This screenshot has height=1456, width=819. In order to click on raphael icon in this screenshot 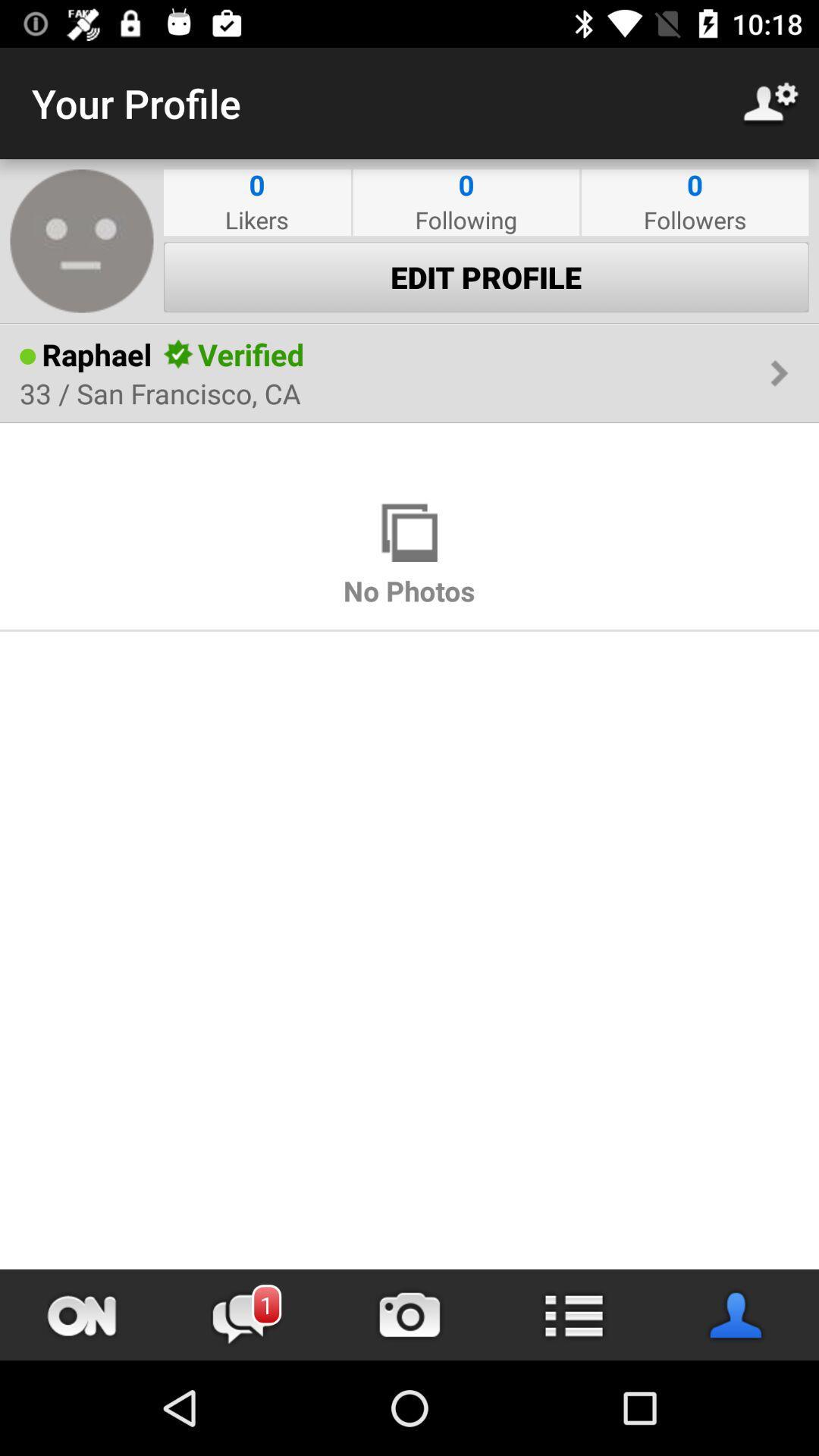, I will do `click(96, 353)`.